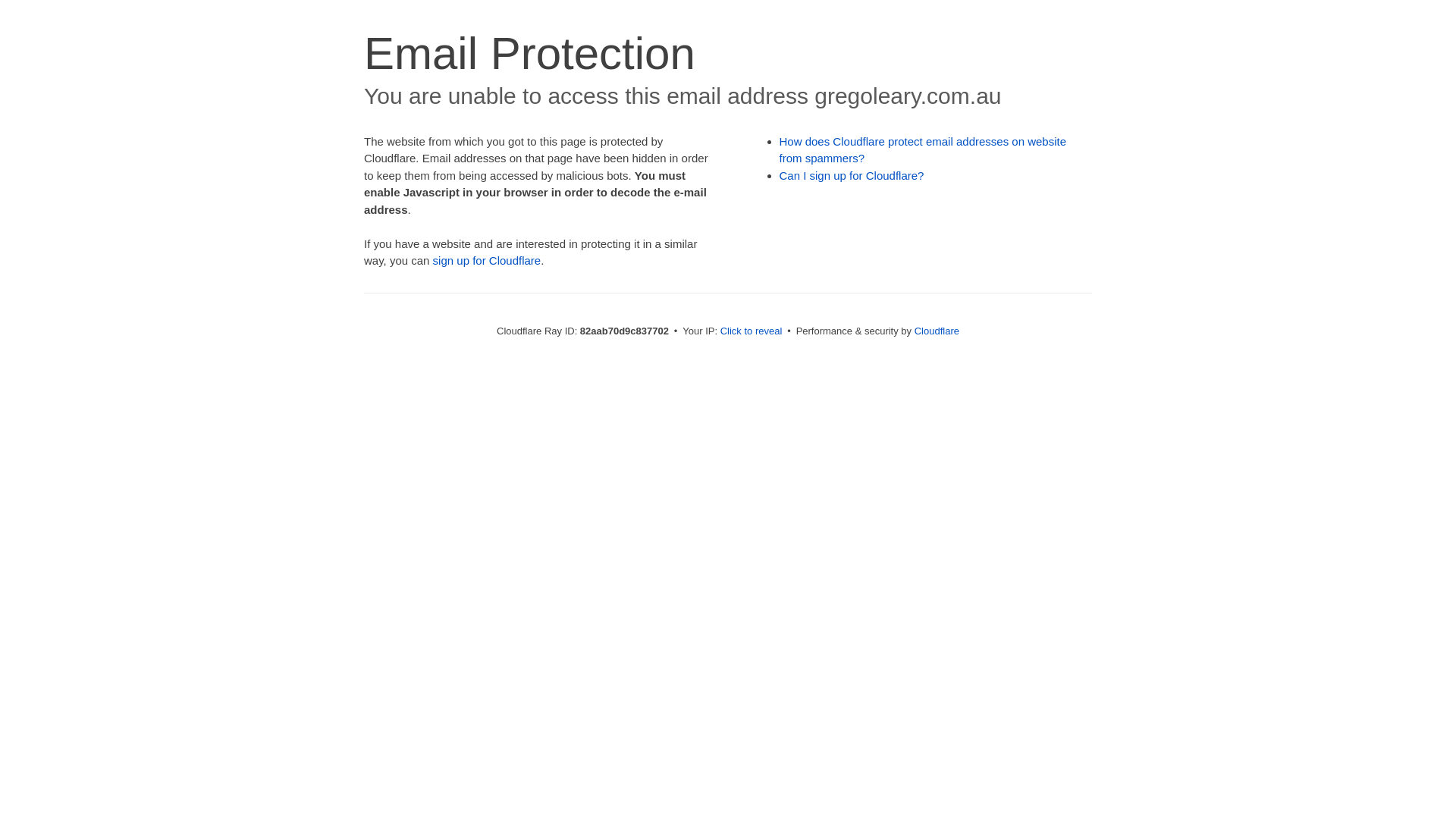 The height and width of the screenshot is (819, 1456). What do you see at coordinates (936, 330) in the screenshot?
I see `'Cloudflare'` at bounding box center [936, 330].